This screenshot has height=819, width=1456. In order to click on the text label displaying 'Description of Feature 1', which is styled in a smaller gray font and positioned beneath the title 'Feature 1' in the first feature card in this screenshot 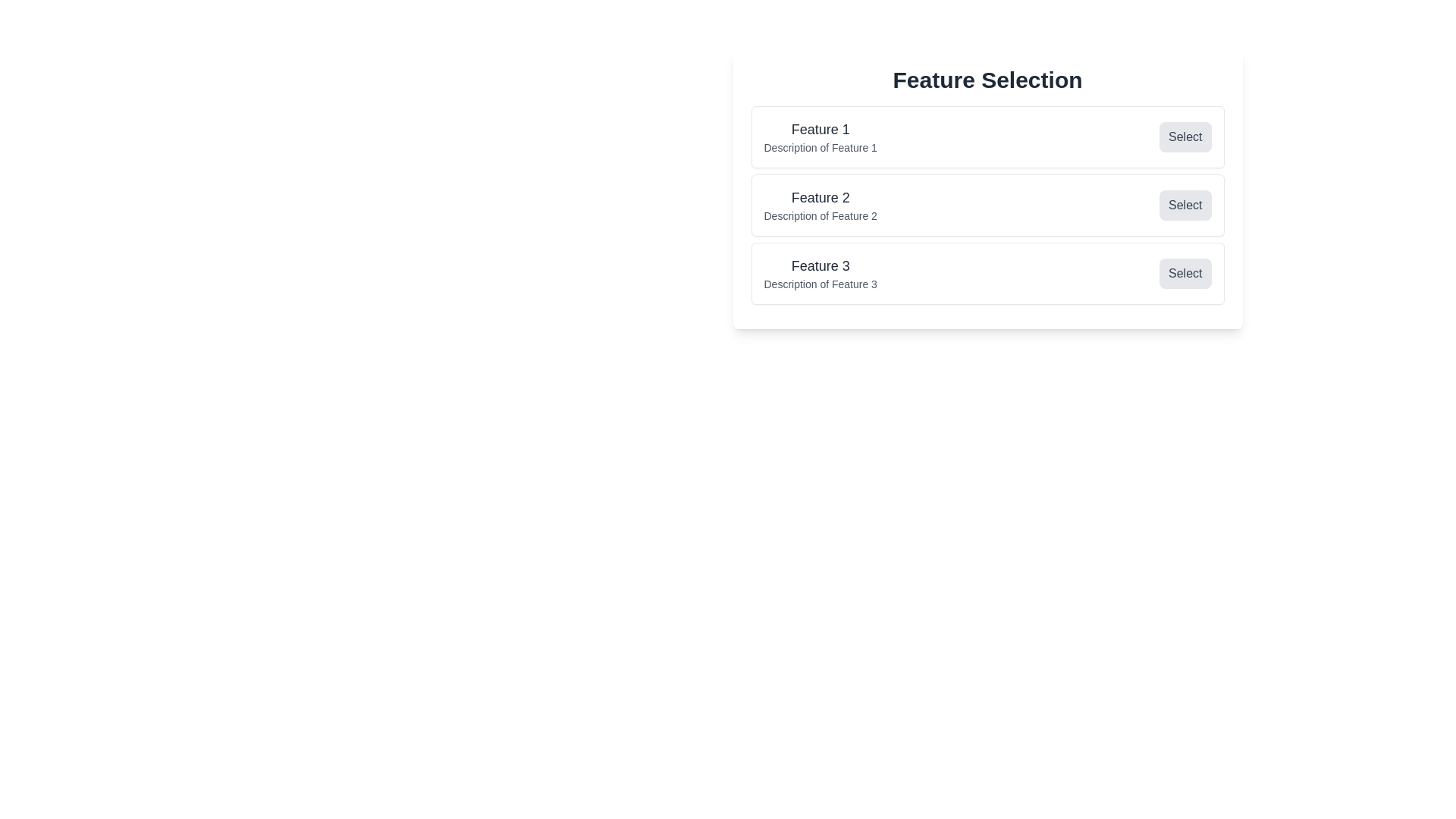, I will do `click(820, 148)`.